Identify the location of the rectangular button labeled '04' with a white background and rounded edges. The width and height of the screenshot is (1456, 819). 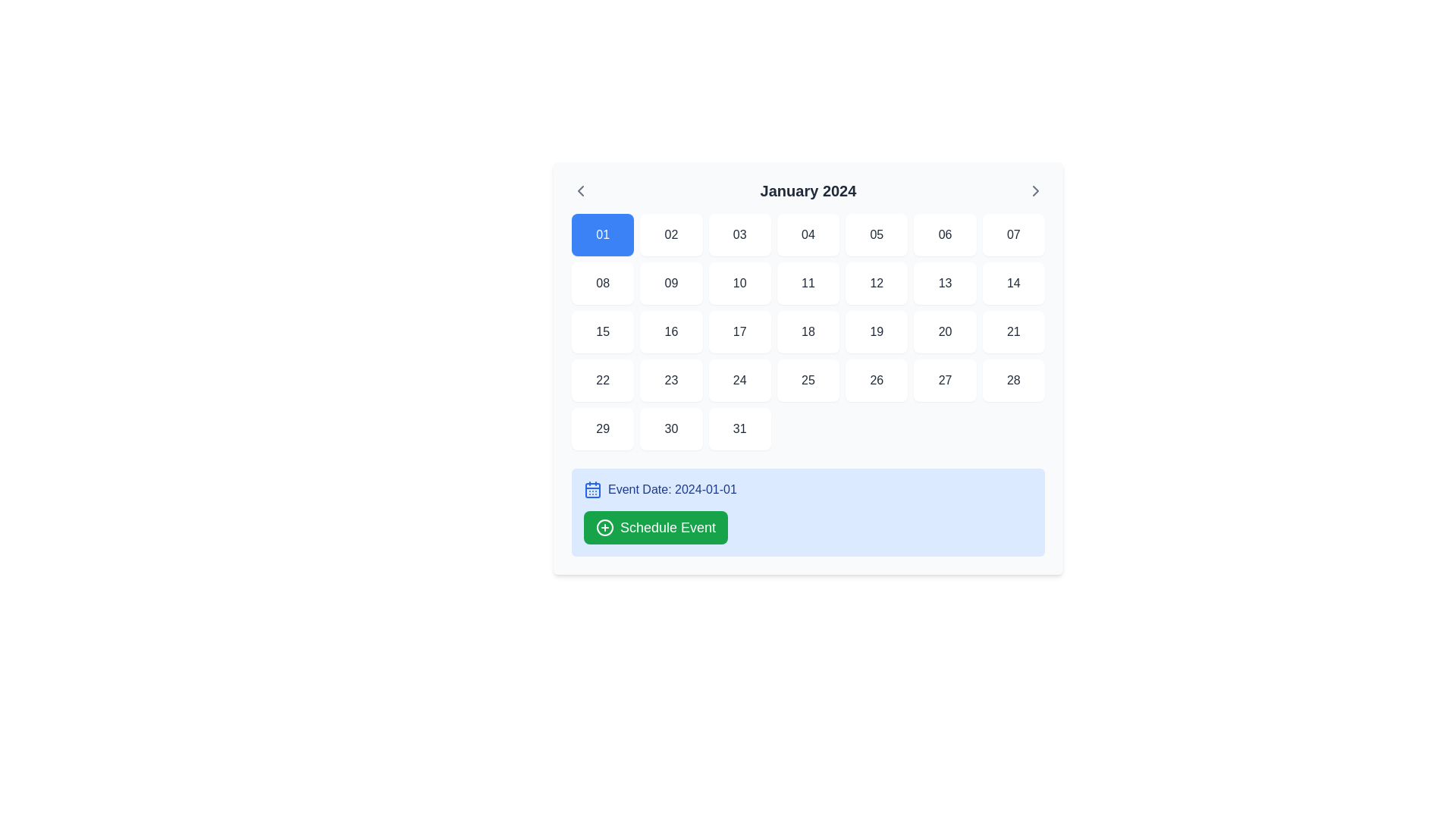
(807, 234).